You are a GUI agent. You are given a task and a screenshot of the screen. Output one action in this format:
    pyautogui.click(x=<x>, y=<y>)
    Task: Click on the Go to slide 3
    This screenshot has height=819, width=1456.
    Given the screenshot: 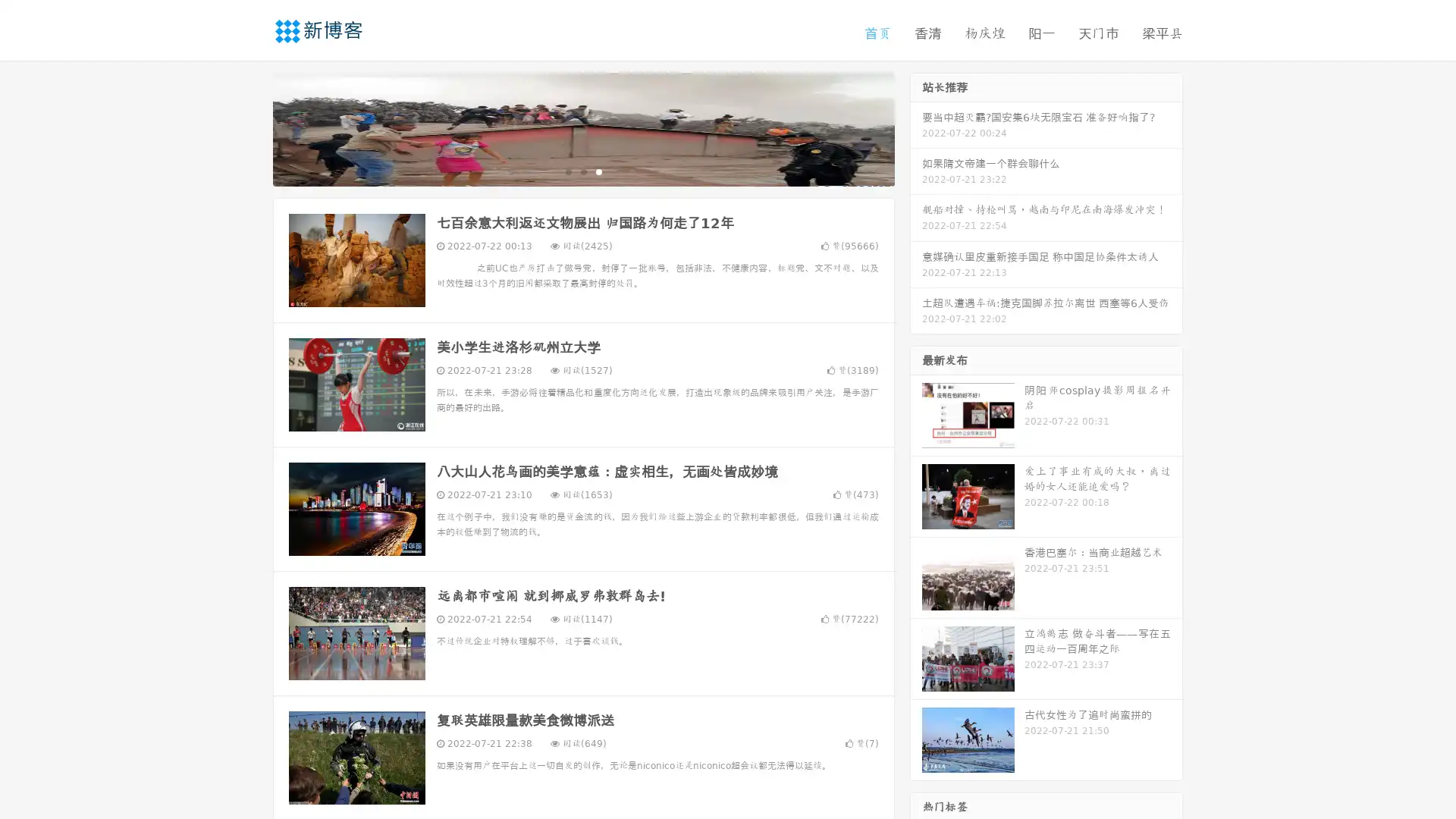 What is the action you would take?
    pyautogui.click(x=598, y=171)
    